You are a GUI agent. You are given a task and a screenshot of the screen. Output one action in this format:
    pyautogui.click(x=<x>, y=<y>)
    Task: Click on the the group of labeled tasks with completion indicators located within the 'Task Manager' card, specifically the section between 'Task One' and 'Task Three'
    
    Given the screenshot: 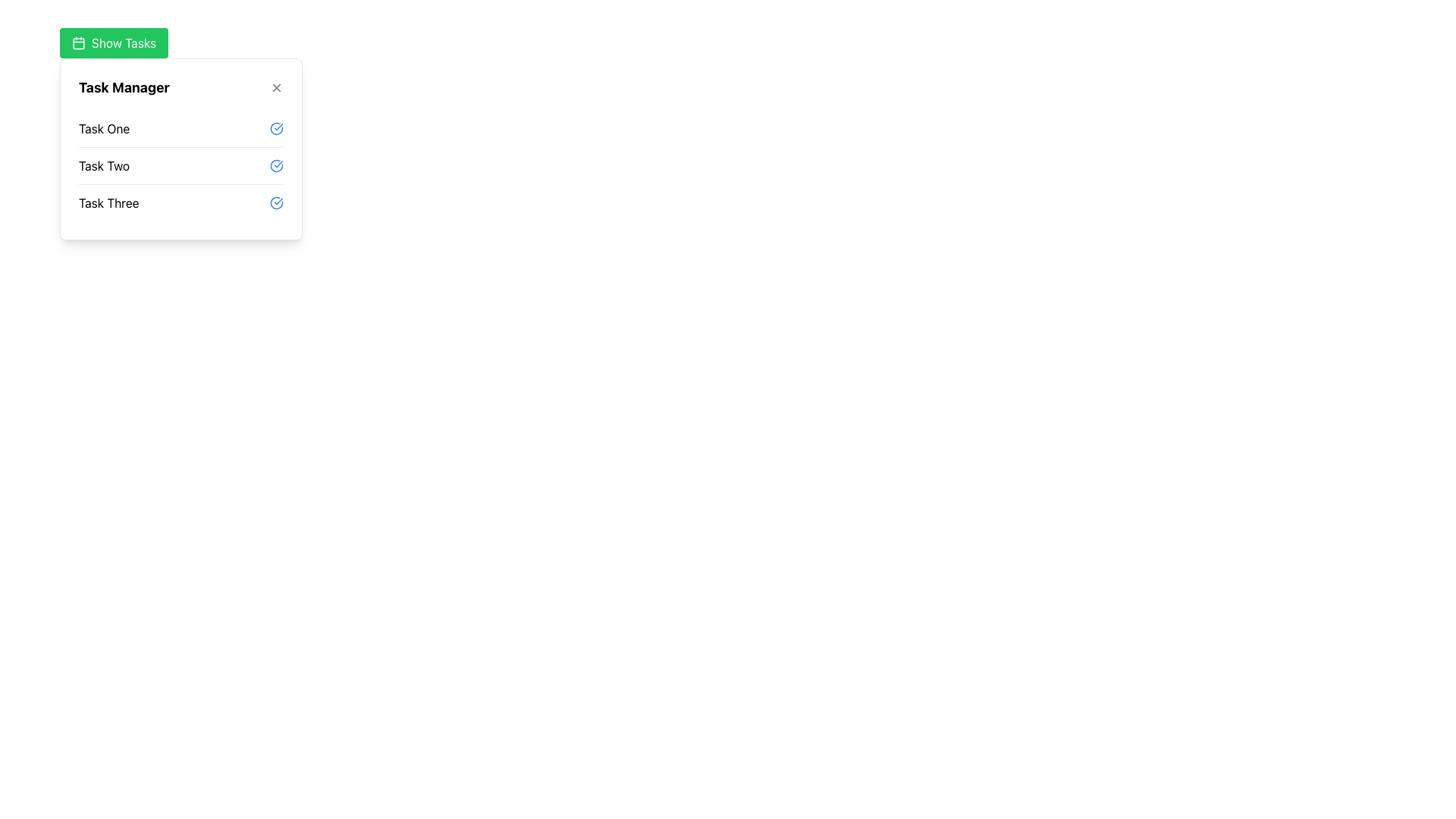 What is the action you would take?
    pyautogui.click(x=181, y=166)
    